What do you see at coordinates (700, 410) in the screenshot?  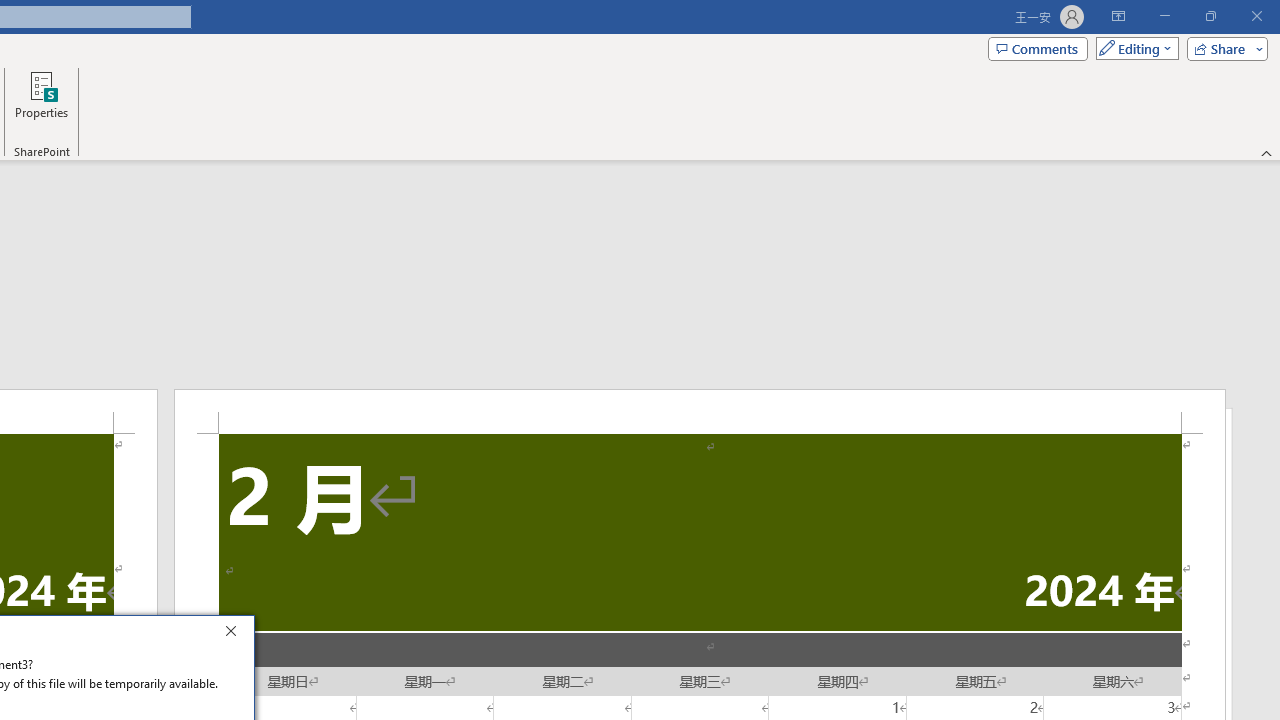 I see `'Header -Section 2-'` at bounding box center [700, 410].